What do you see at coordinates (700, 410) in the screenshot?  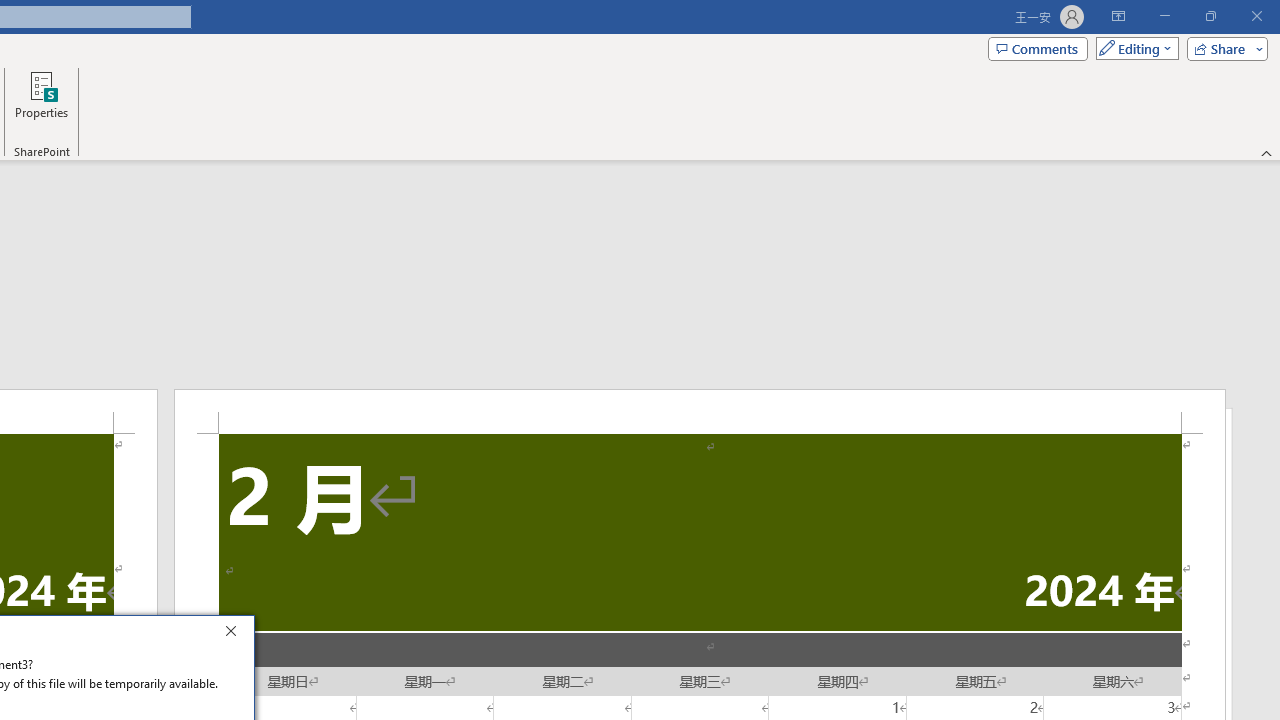 I see `'Header -Section 2-'` at bounding box center [700, 410].